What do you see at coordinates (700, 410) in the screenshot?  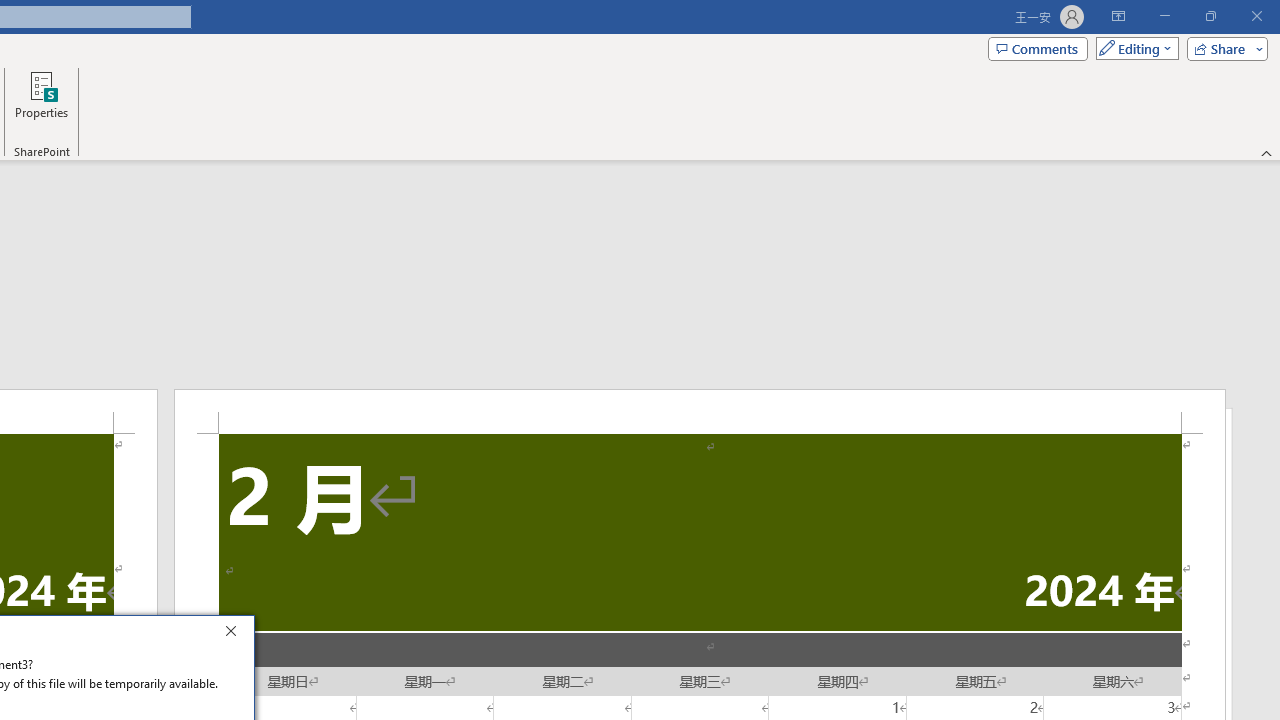 I see `'Header -Section 2-'` at bounding box center [700, 410].